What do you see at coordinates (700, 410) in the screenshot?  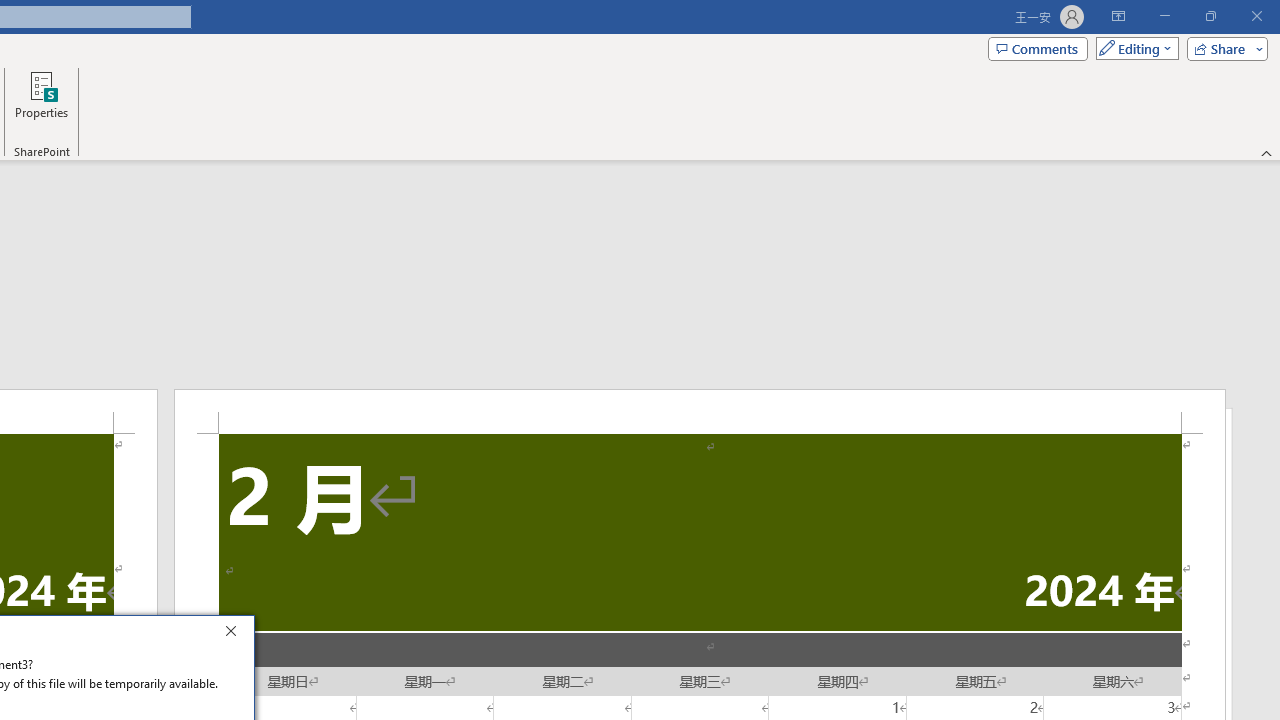 I see `'Header -Section 2-'` at bounding box center [700, 410].